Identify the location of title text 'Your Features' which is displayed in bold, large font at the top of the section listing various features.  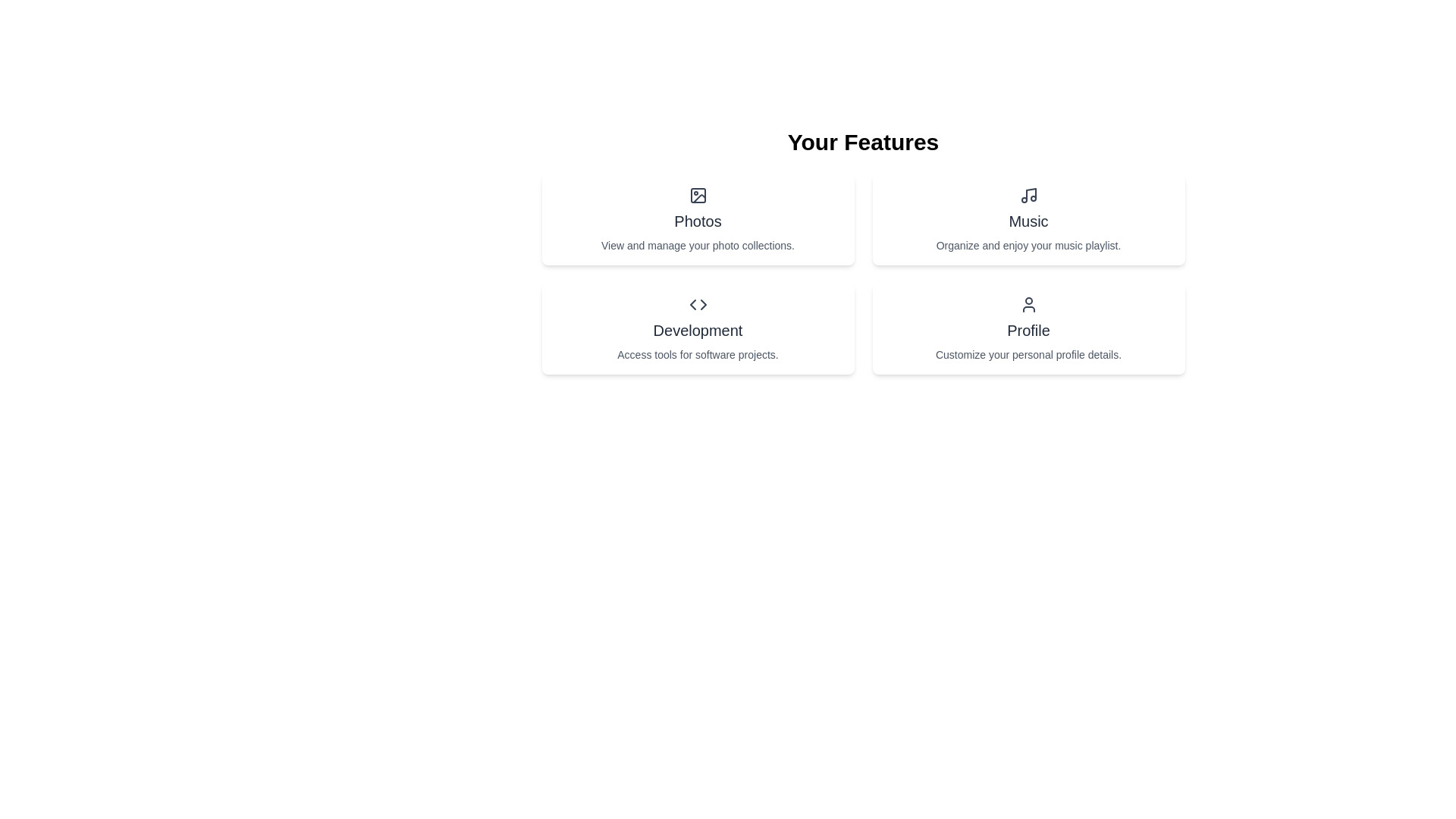
(863, 143).